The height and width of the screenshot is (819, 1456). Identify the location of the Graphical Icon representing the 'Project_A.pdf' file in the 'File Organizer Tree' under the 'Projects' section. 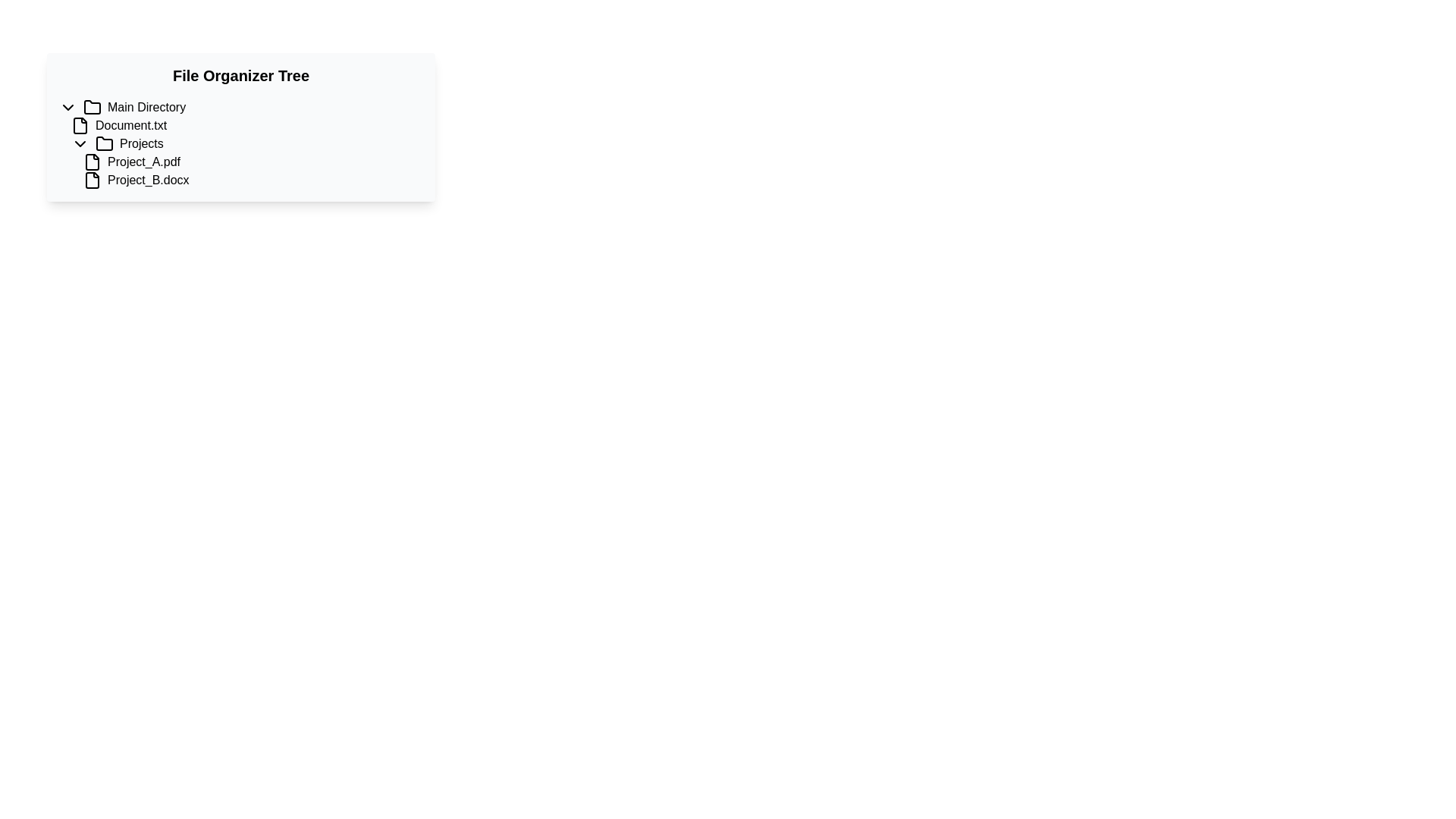
(91, 162).